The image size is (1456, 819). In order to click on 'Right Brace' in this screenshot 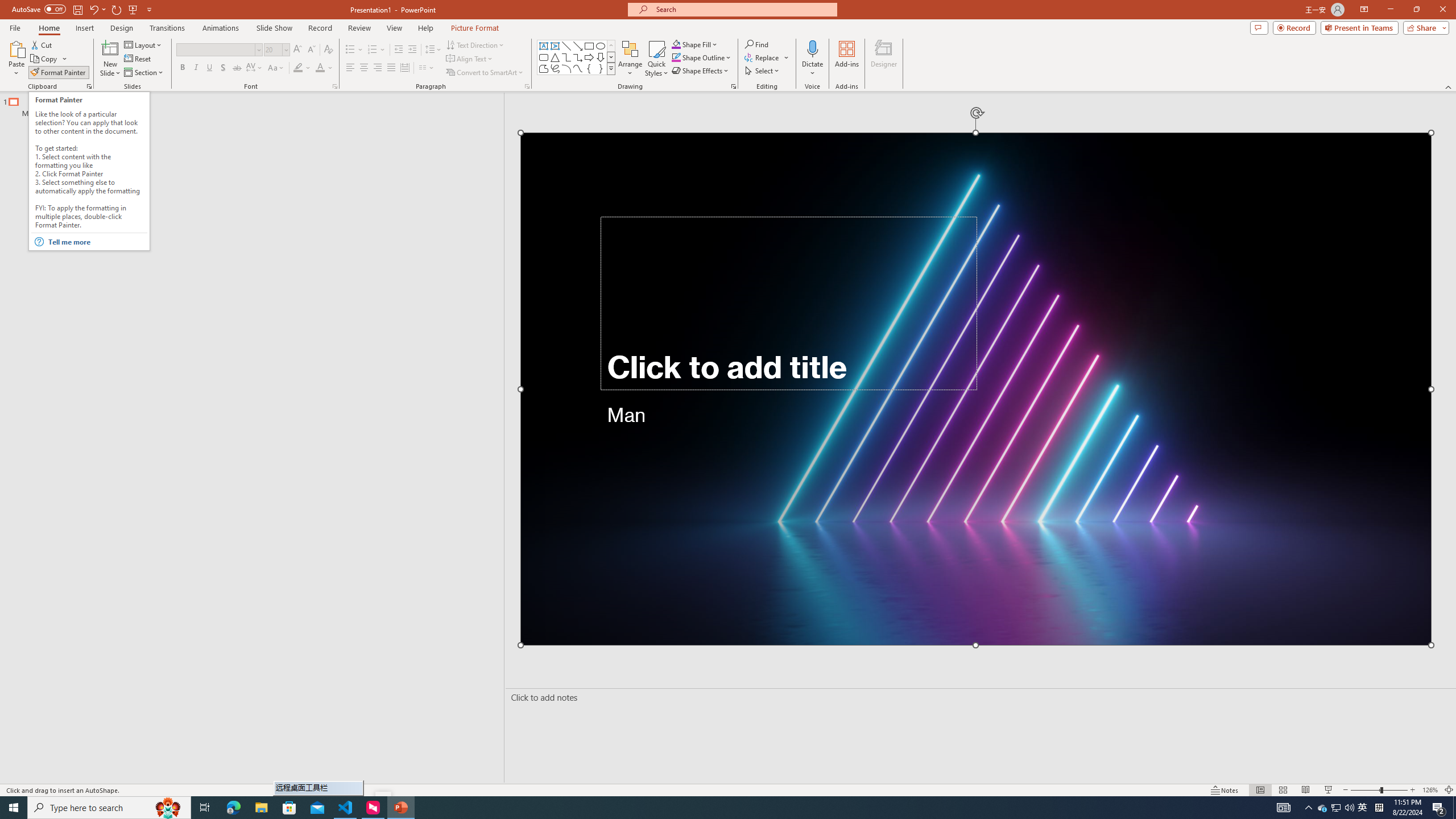, I will do `click(600, 68)`.